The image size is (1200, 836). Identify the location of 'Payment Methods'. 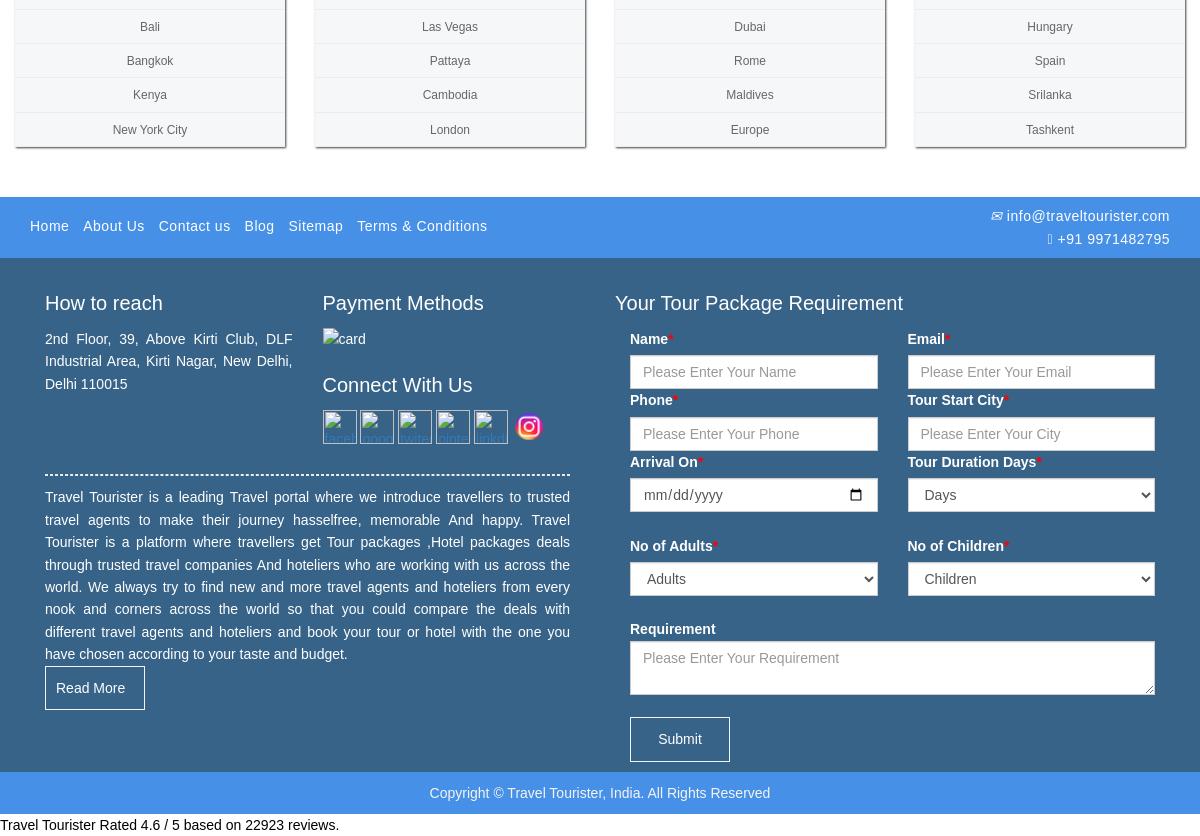
(402, 301).